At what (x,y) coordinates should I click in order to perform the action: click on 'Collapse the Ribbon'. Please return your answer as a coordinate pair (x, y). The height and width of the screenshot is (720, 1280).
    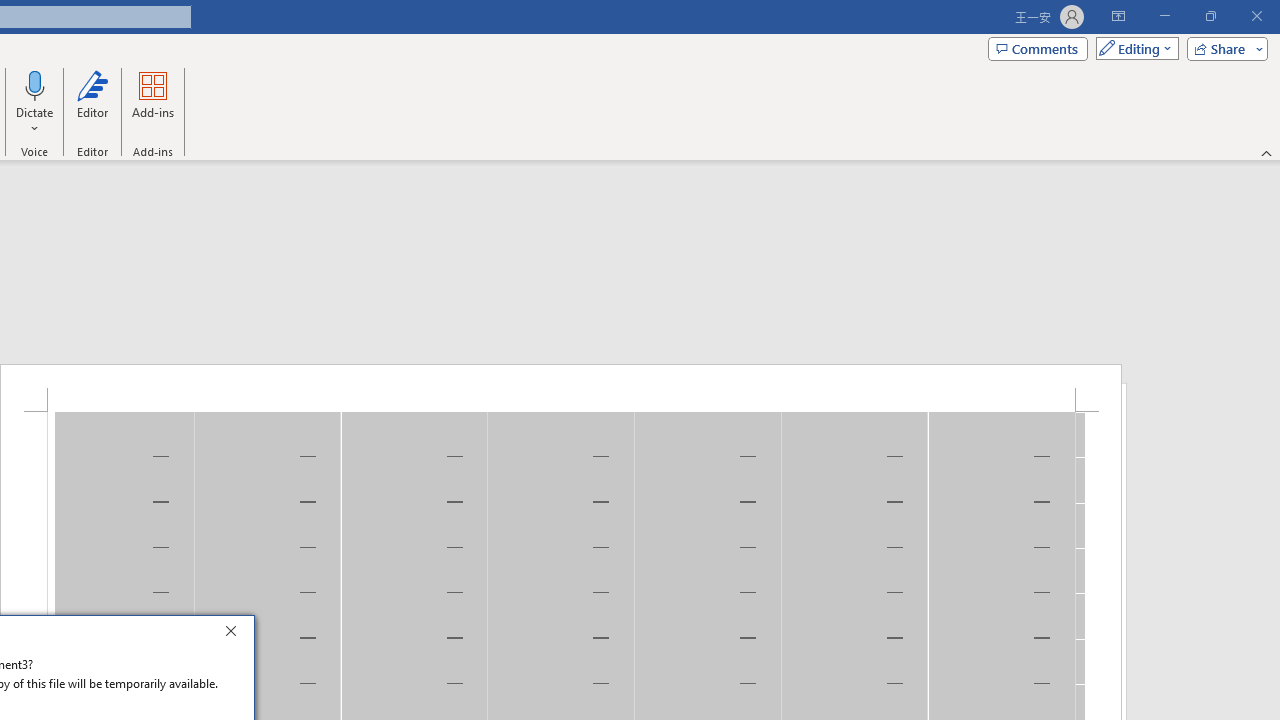
    Looking at the image, I should click on (1266, 152).